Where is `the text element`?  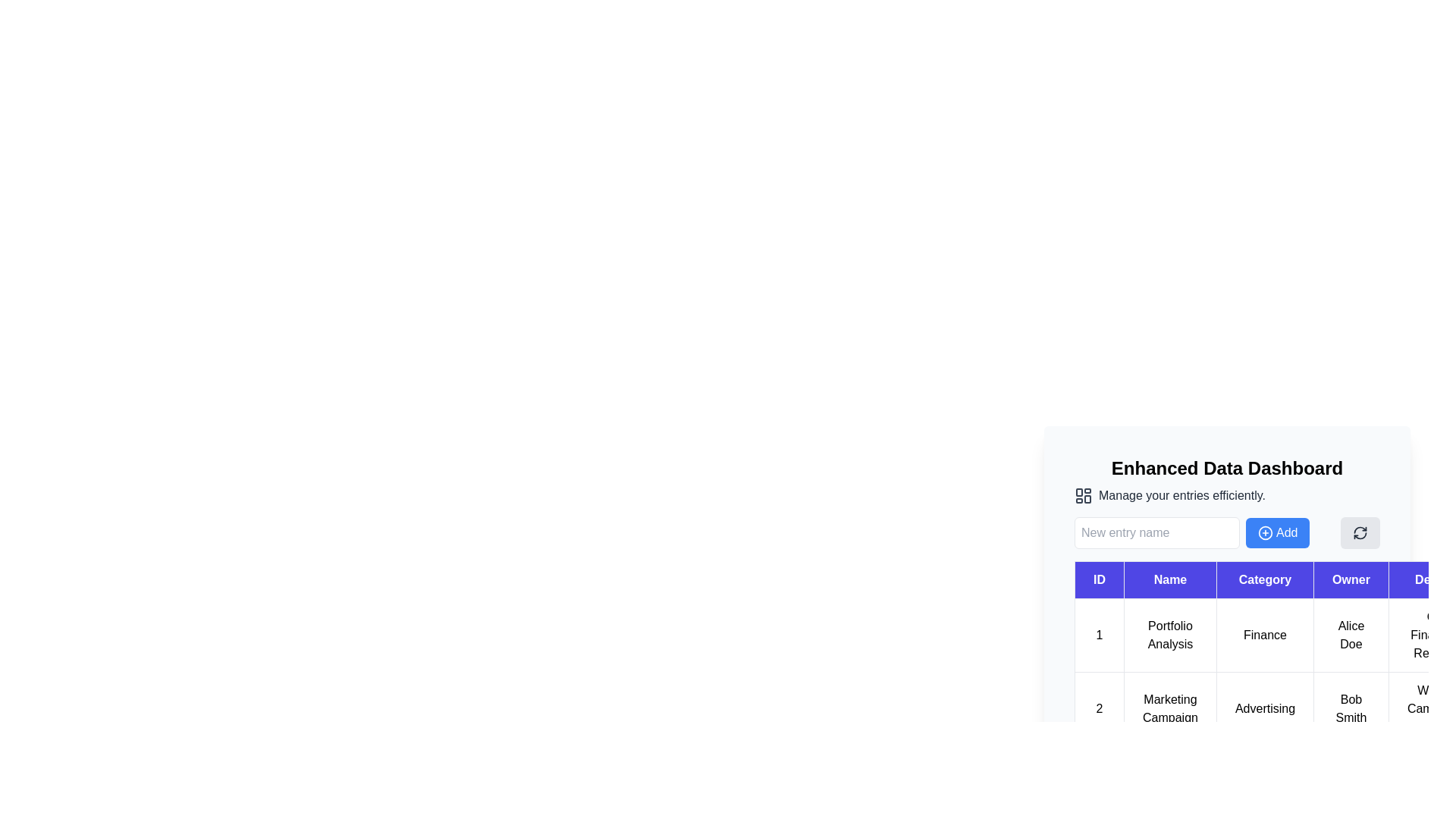
the text element is located at coordinates (1351, 708).